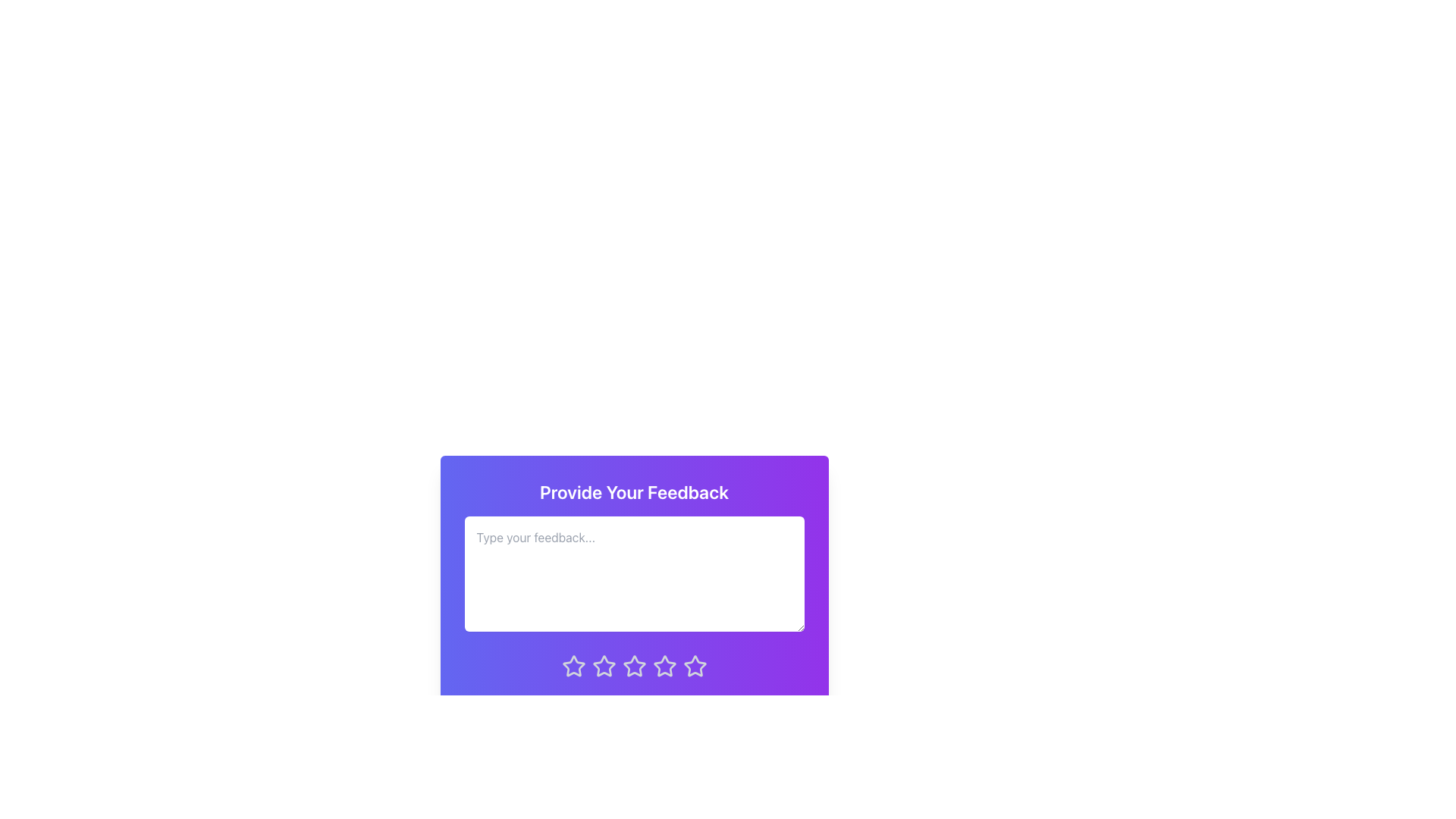 The width and height of the screenshot is (1456, 819). Describe the element at coordinates (573, 666) in the screenshot. I see `the first rating star` at that location.